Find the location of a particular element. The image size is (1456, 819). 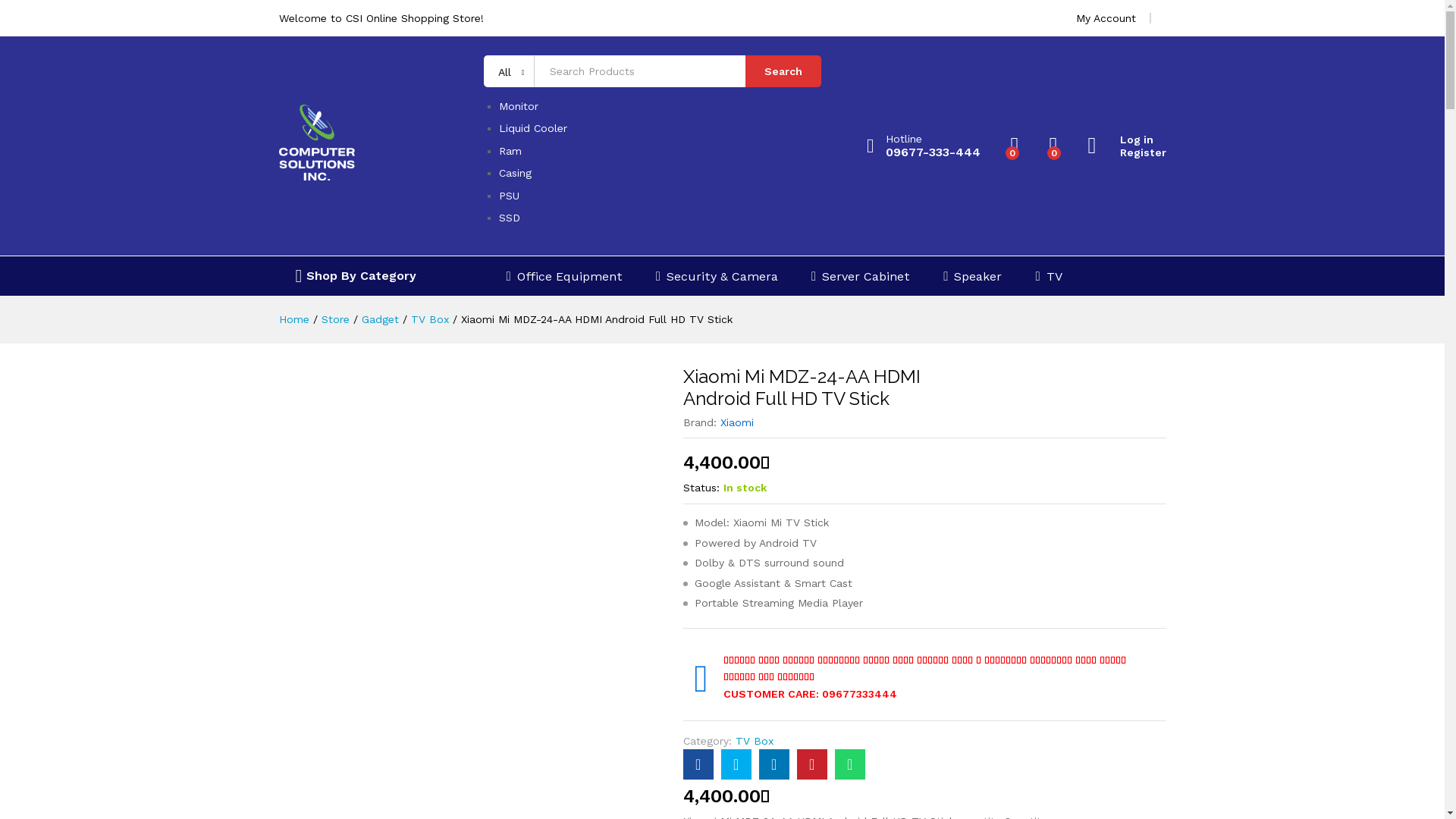

'PSU' is located at coordinates (509, 195).